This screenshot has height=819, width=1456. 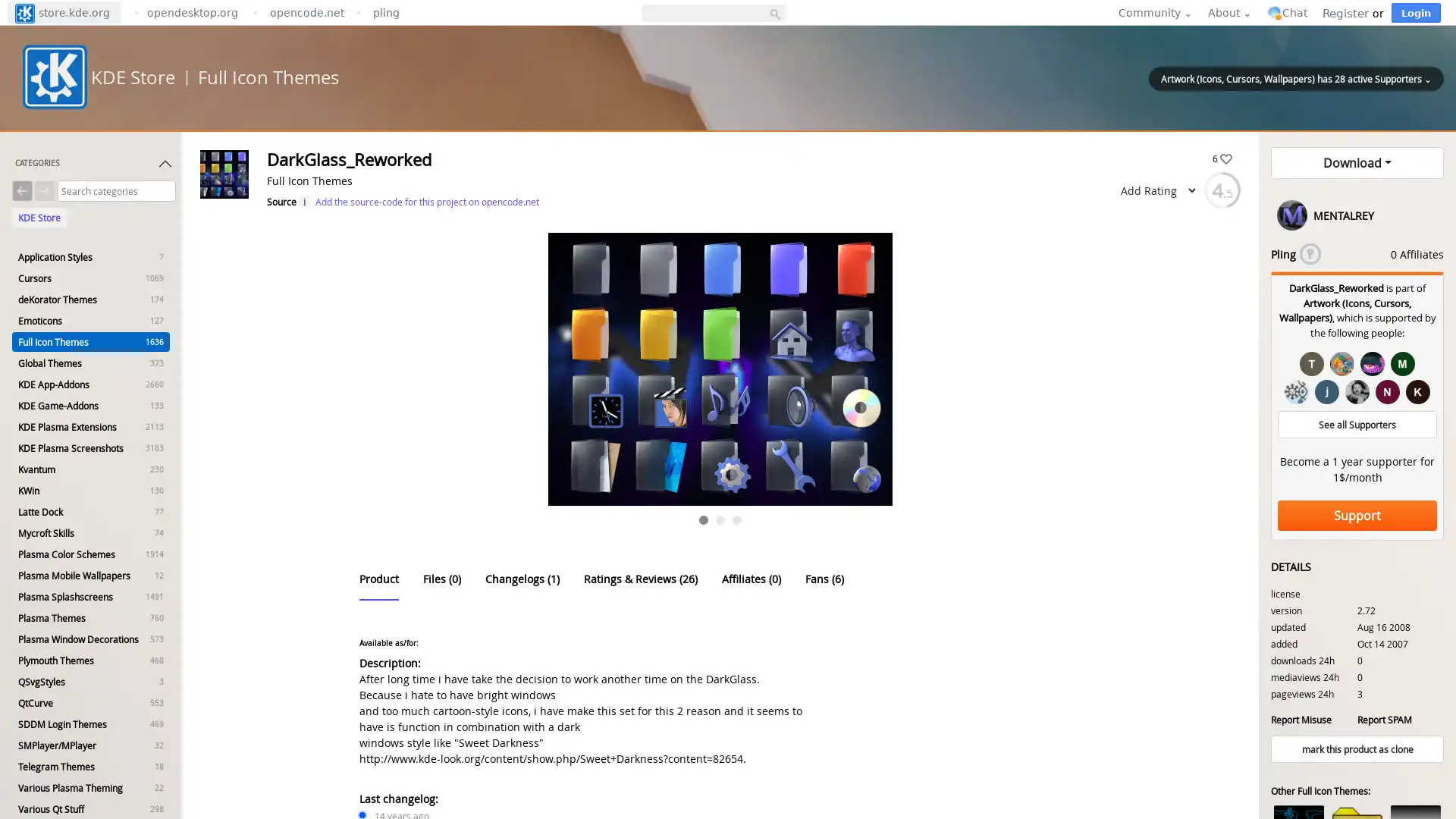 I want to click on Go to slide 2, so click(x=720, y=519).